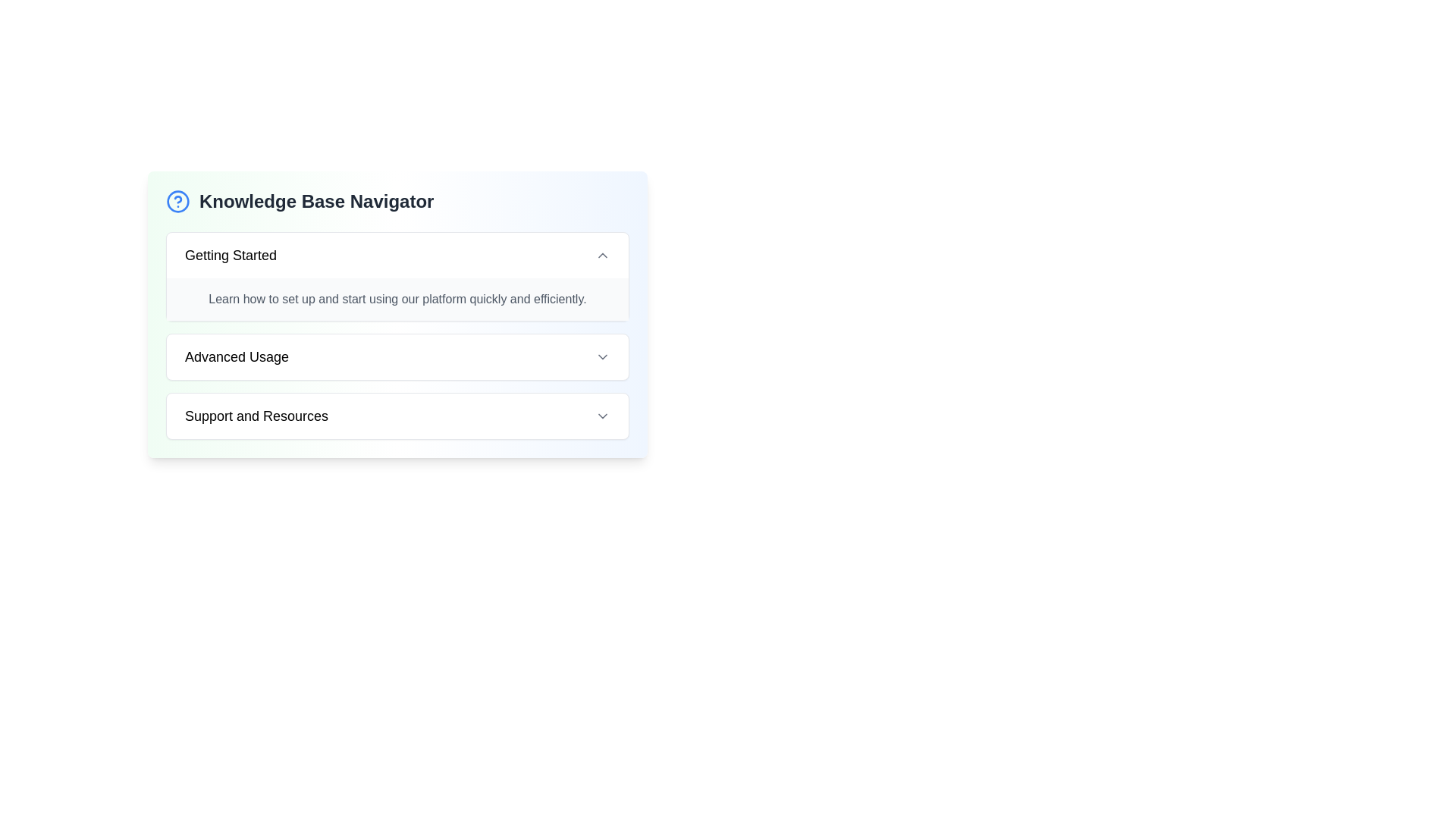 This screenshot has height=819, width=1456. Describe the element at coordinates (236, 356) in the screenshot. I see `the Text label in the 'Knowledge Base Navigator' section, which is the second option under the 'Getting Started' heading` at that location.